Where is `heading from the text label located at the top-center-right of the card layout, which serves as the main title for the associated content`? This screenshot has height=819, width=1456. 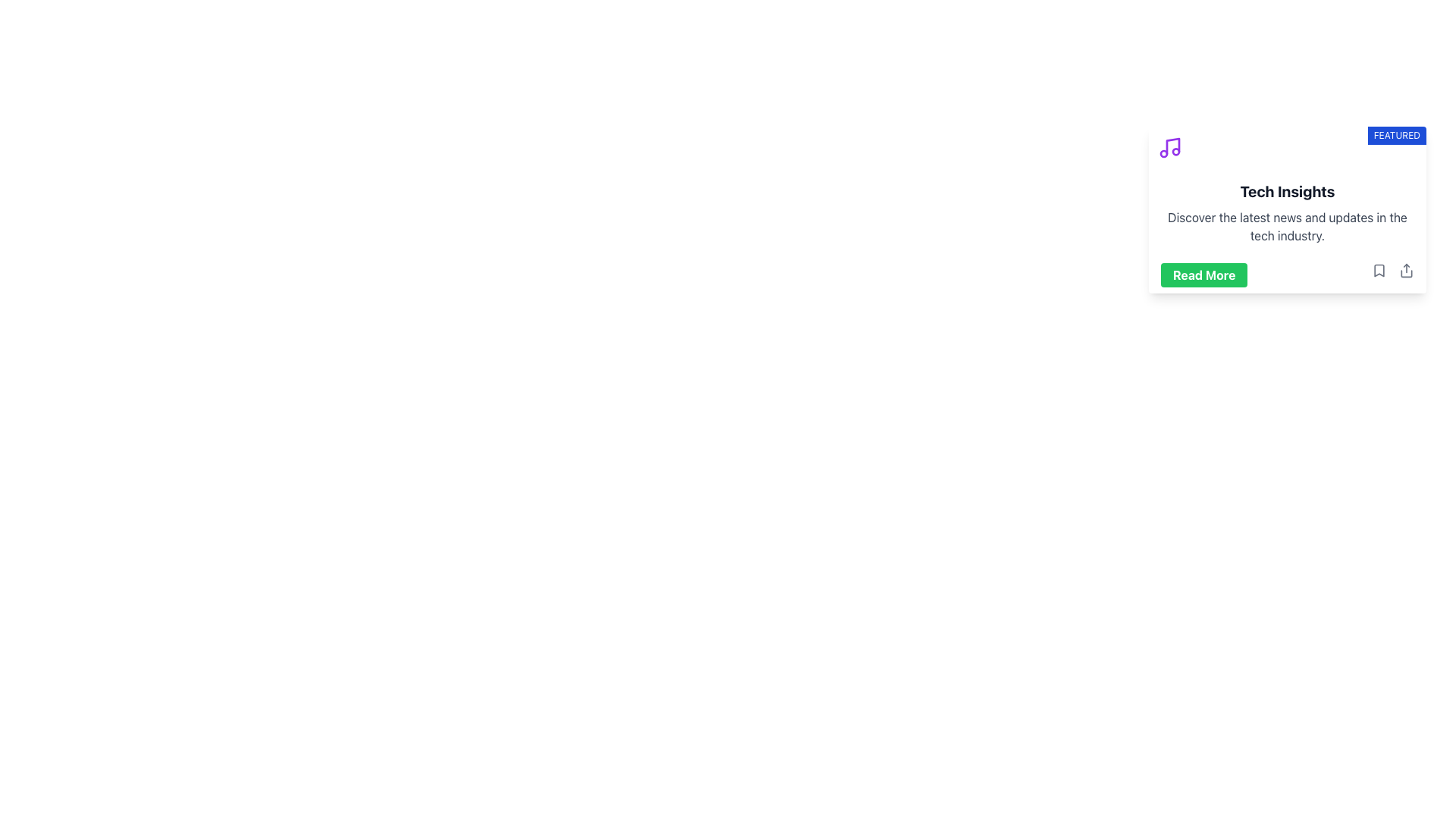 heading from the text label located at the top-center-right of the card layout, which serves as the main title for the associated content is located at coordinates (1287, 191).